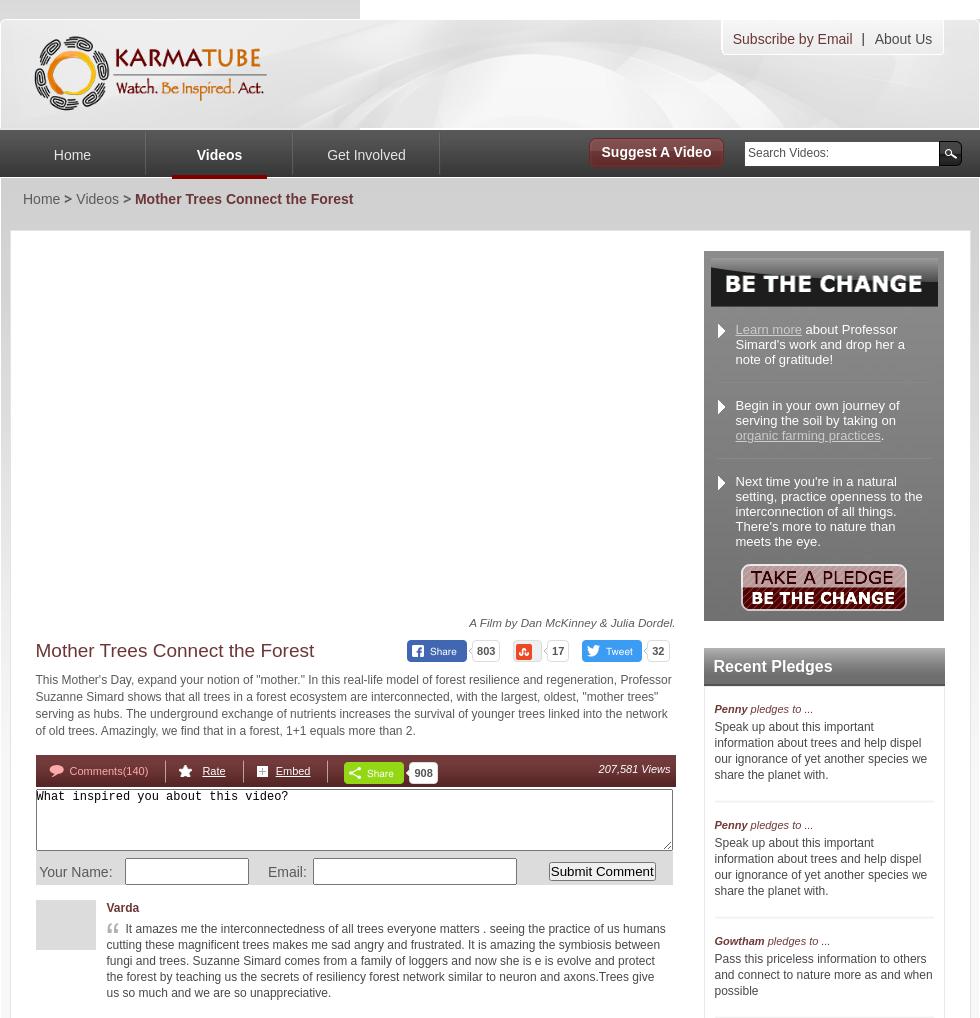 This screenshot has width=980, height=1018. What do you see at coordinates (768, 328) in the screenshot?
I see `'Learn more'` at bounding box center [768, 328].